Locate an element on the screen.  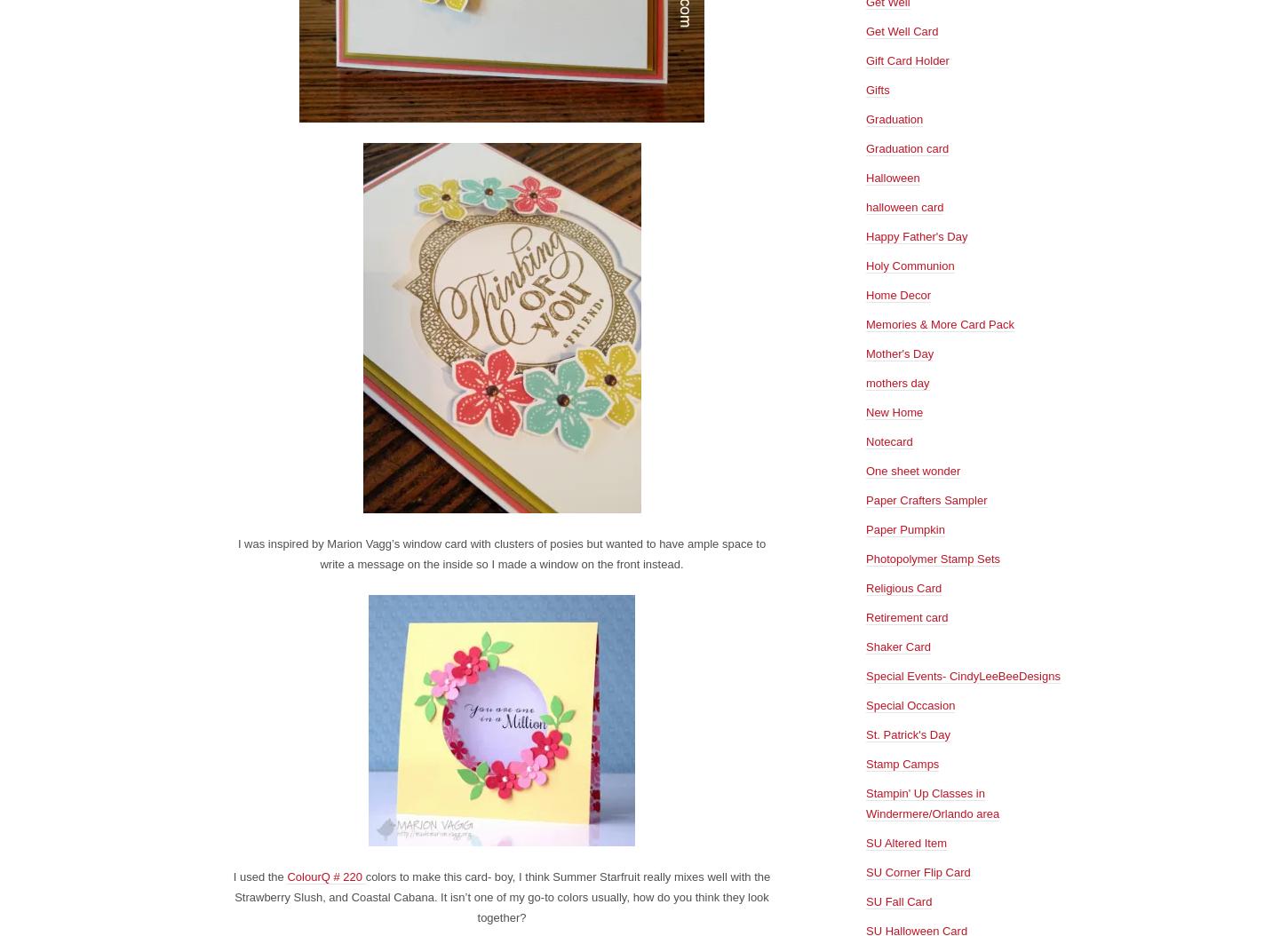
'Religious Card' is located at coordinates (903, 587).